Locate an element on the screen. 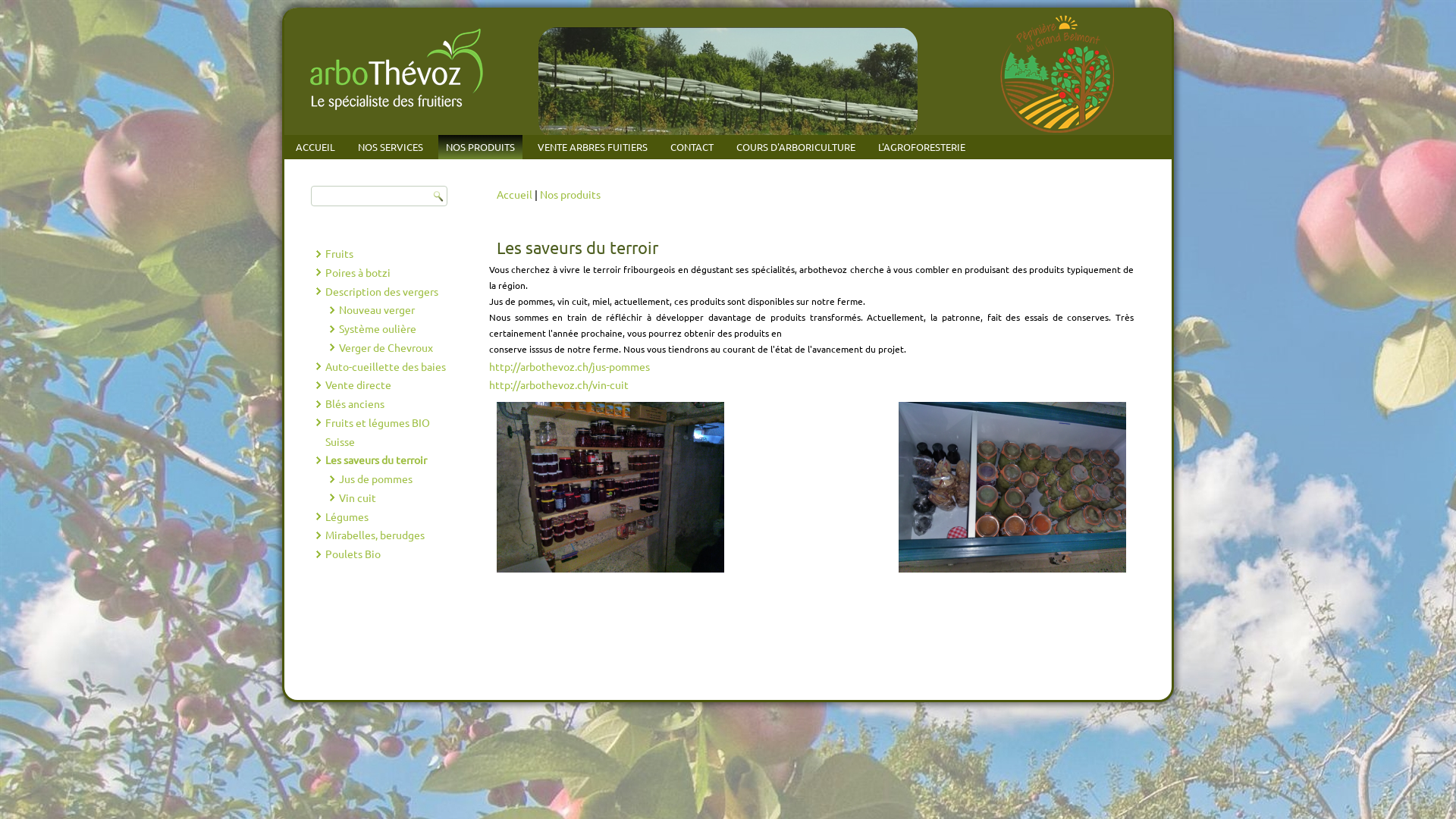 The image size is (1456, 819). 'Vin cuit' is located at coordinates (337, 497).